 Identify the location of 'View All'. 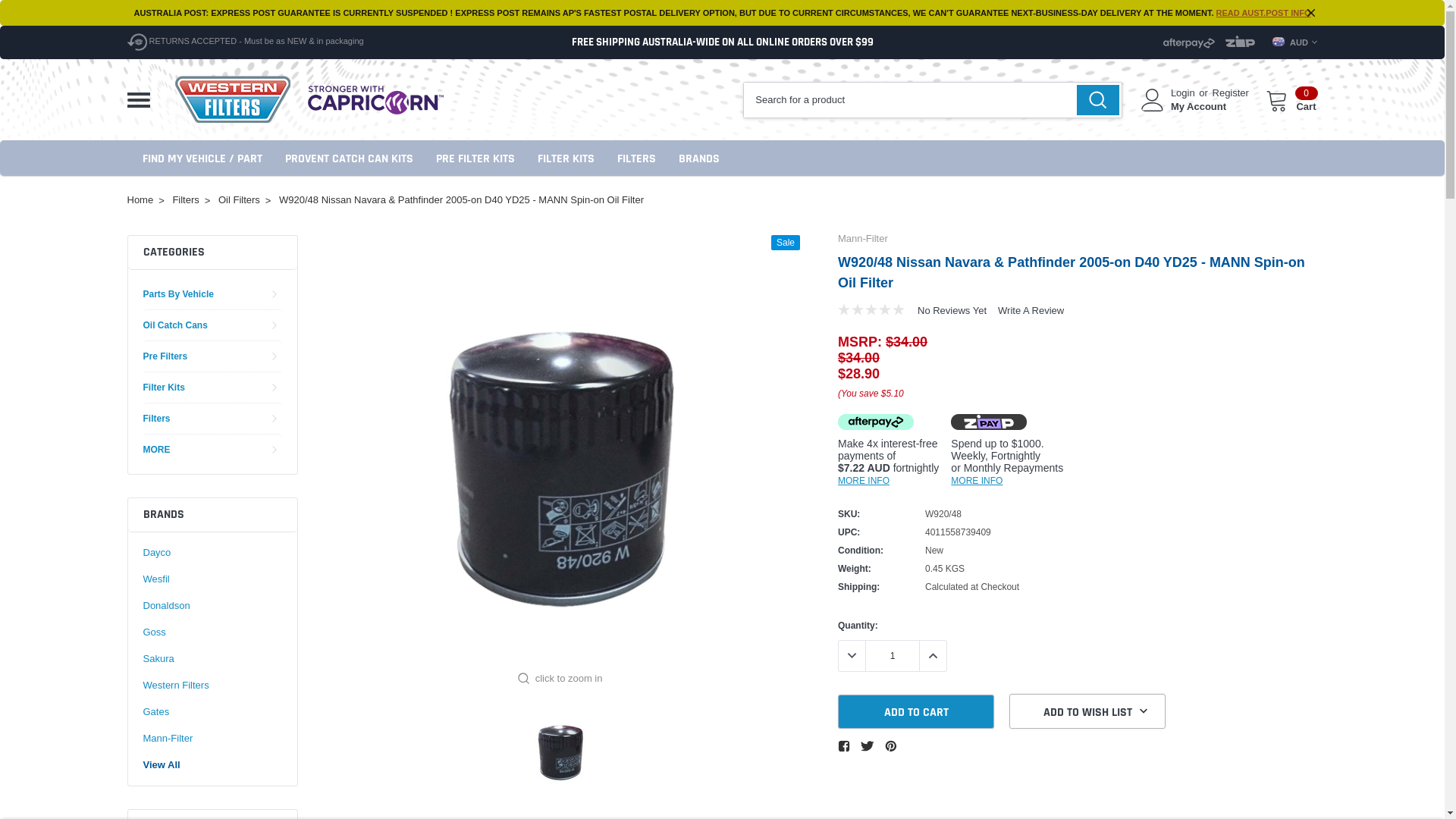
(161, 765).